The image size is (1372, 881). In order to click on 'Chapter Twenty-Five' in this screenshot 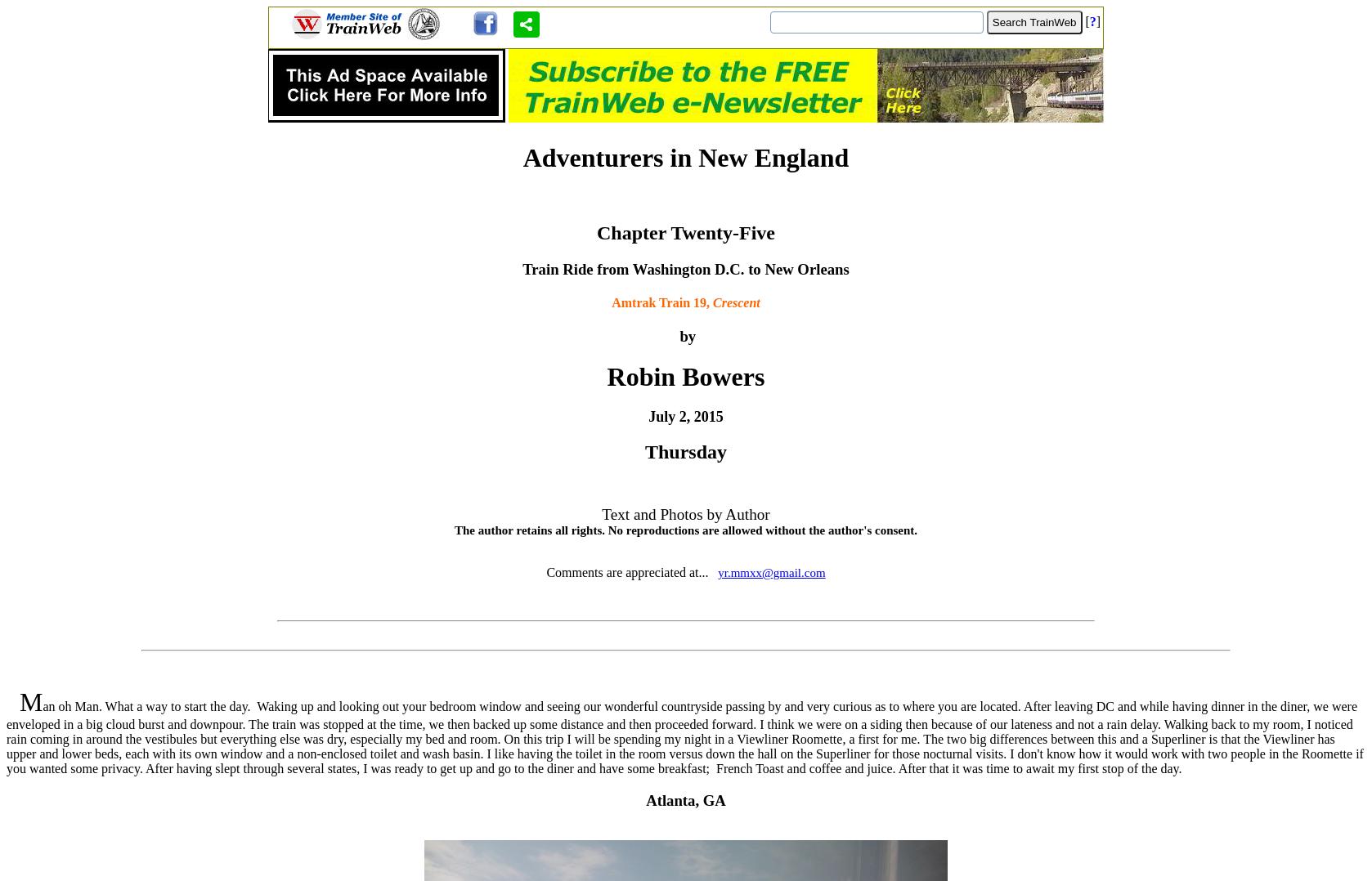, I will do `click(684, 232)`.